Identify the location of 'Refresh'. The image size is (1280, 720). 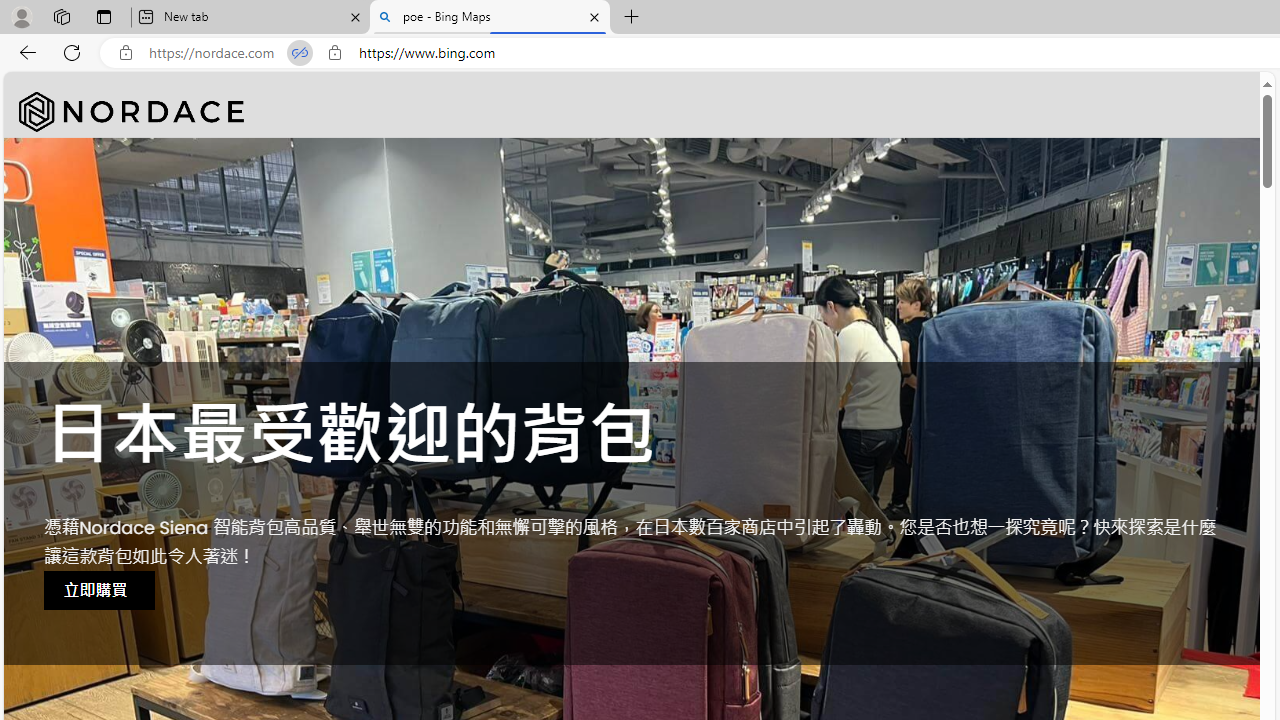
(72, 51).